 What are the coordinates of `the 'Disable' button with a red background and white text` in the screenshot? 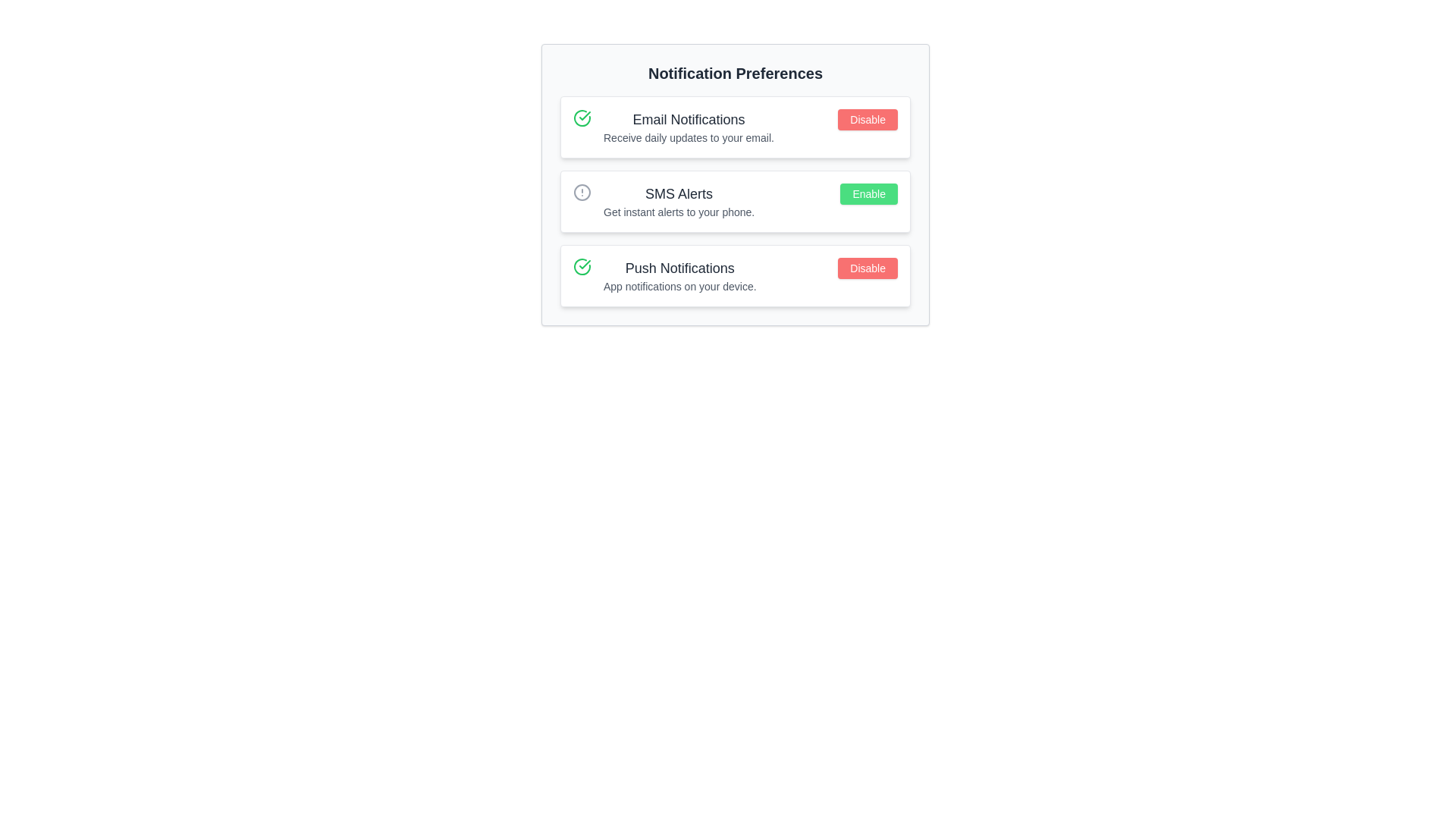 It's located at (868, 268).